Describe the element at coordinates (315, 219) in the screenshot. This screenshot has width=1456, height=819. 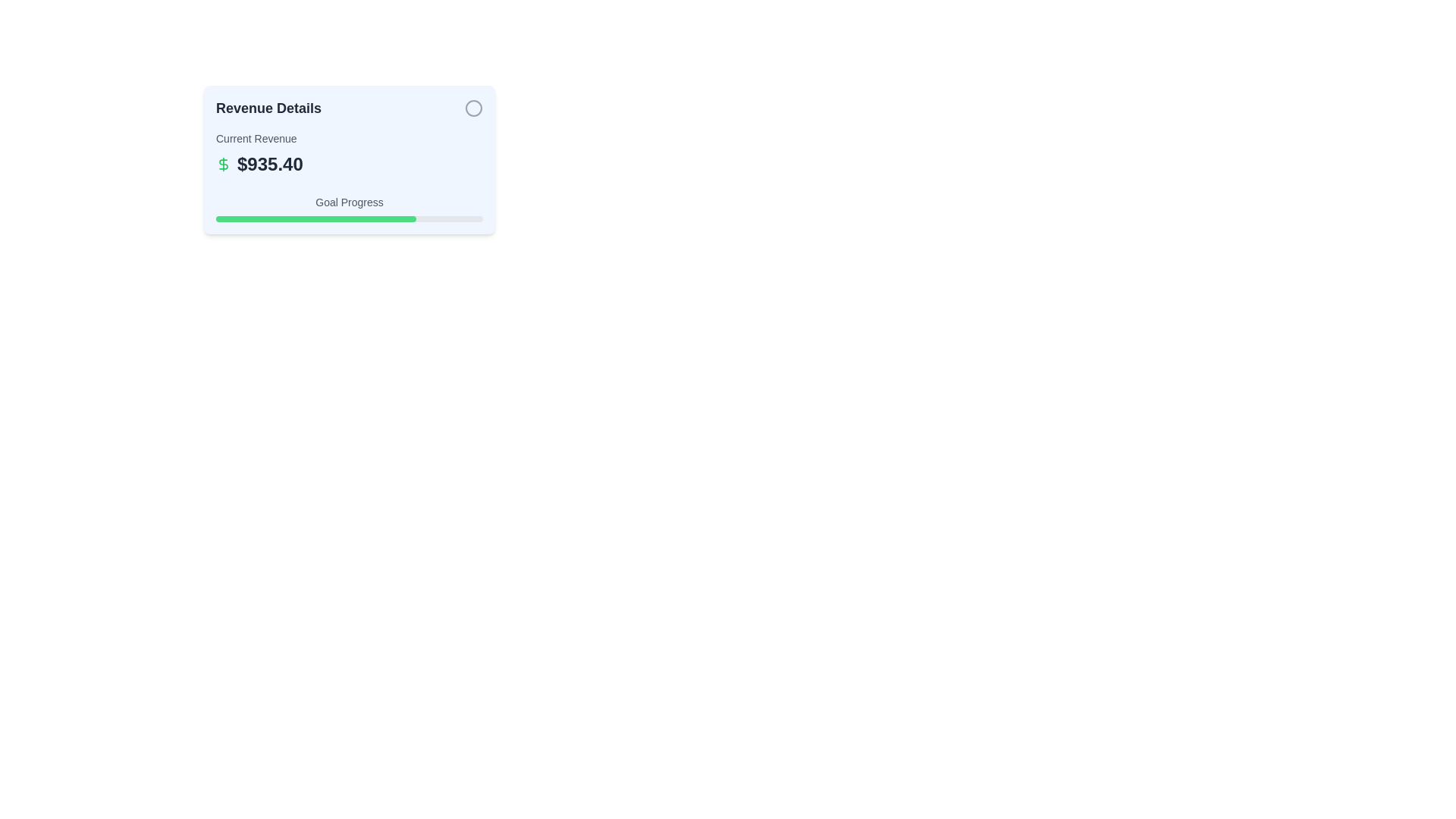
I see `the Progress bar located beneath the 'Goal Progress' label in the 'Revenue Details' card, which visually represents the progress of a goal achieved` at that location.